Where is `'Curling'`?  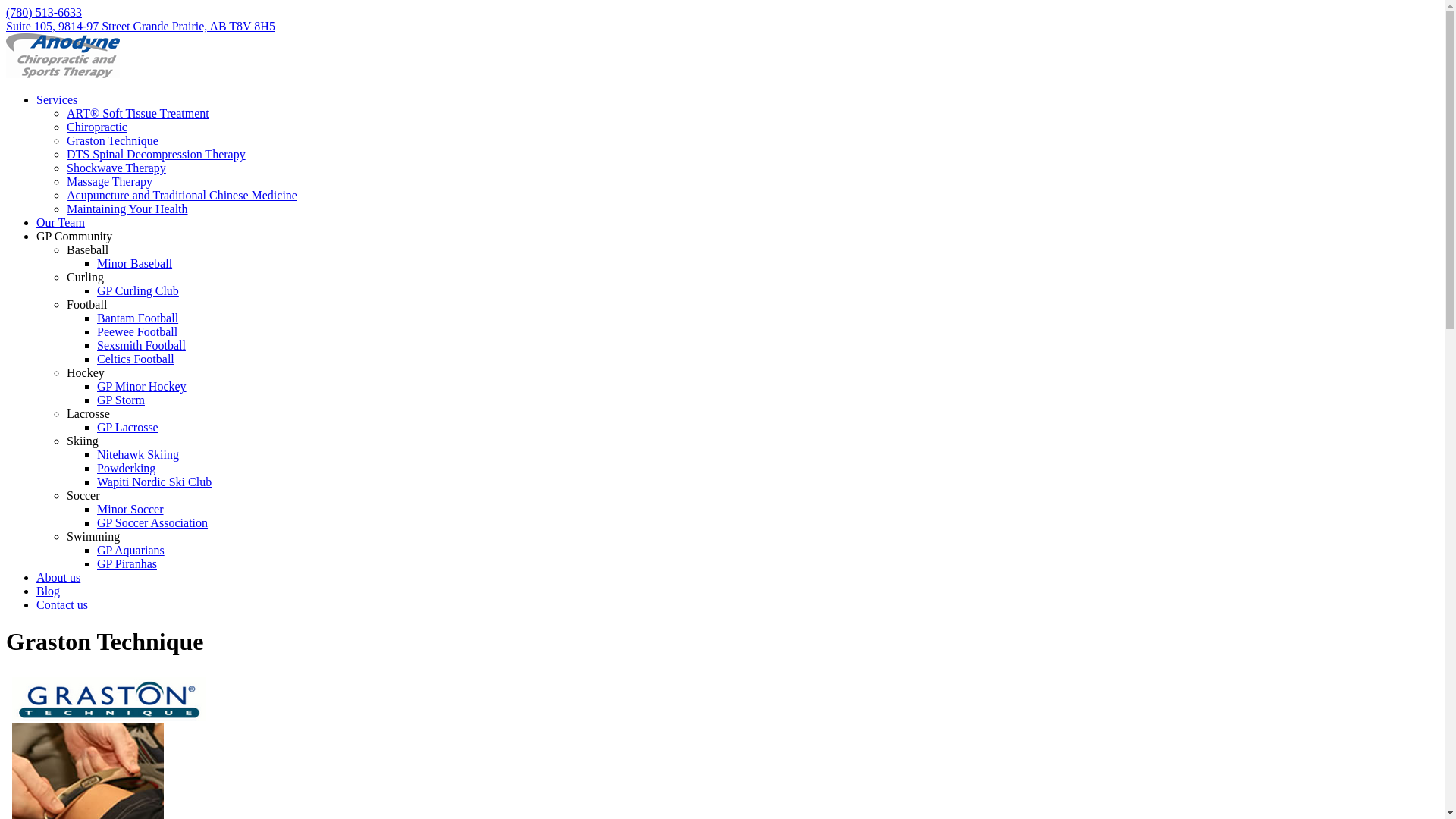
'Curling' is located at coordinates (84, 277).